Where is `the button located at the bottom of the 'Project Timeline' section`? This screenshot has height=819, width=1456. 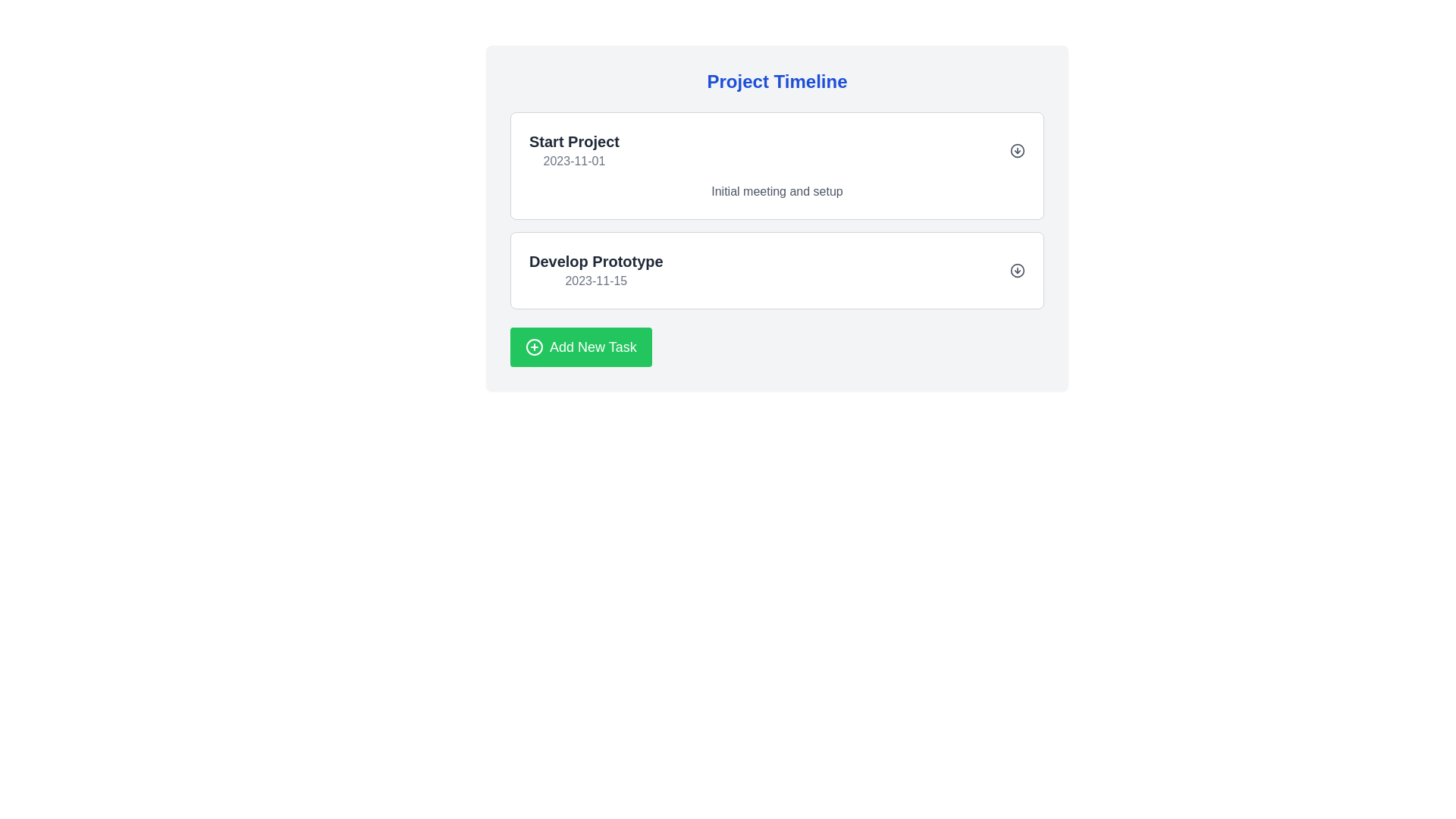 the button located at the bottom of the 'Project Timeline' section is located at coordinates (580, 347).